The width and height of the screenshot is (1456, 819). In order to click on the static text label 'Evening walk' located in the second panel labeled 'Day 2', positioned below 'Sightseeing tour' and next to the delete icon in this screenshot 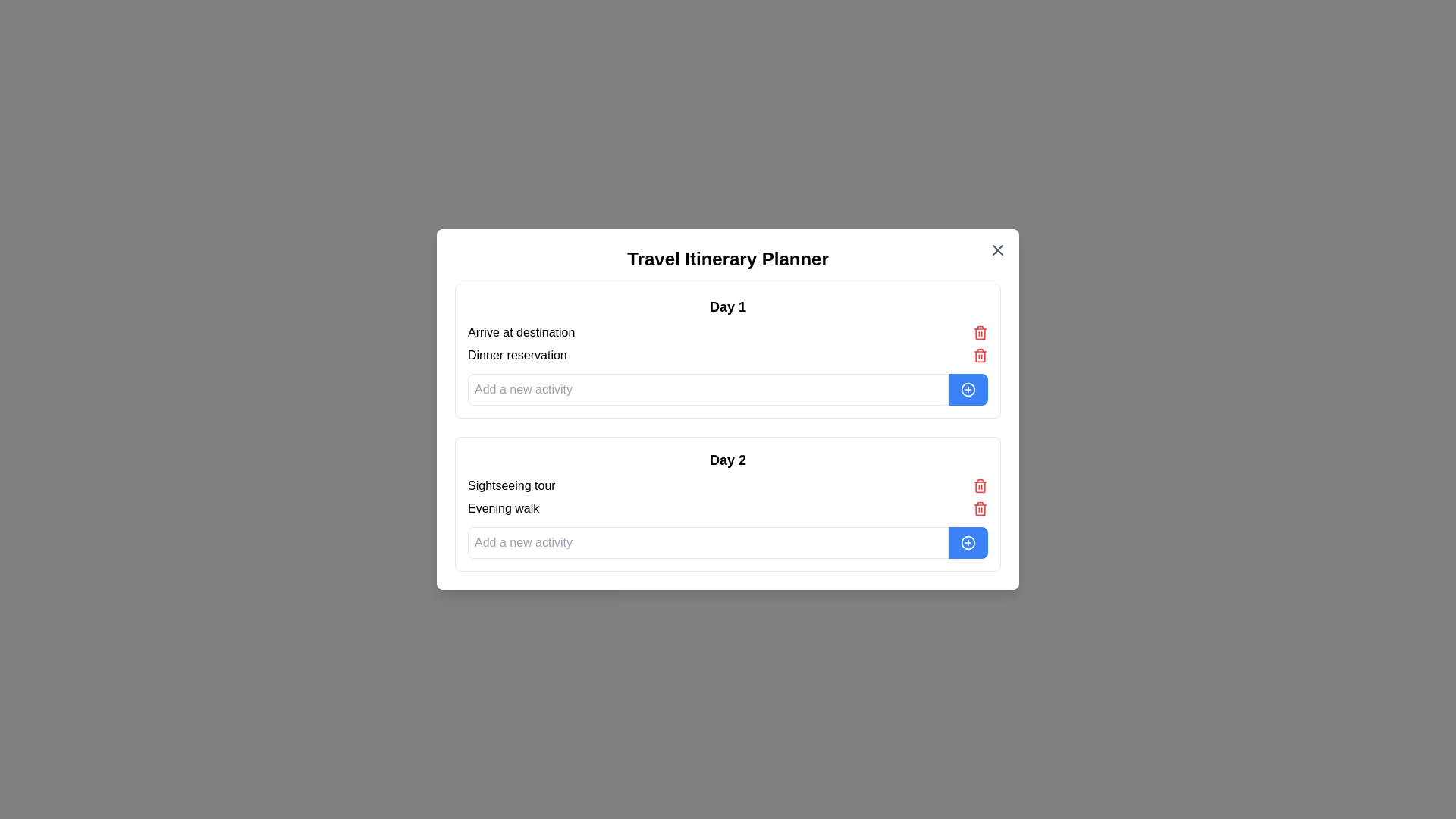, I will do `click(504, 509)`.